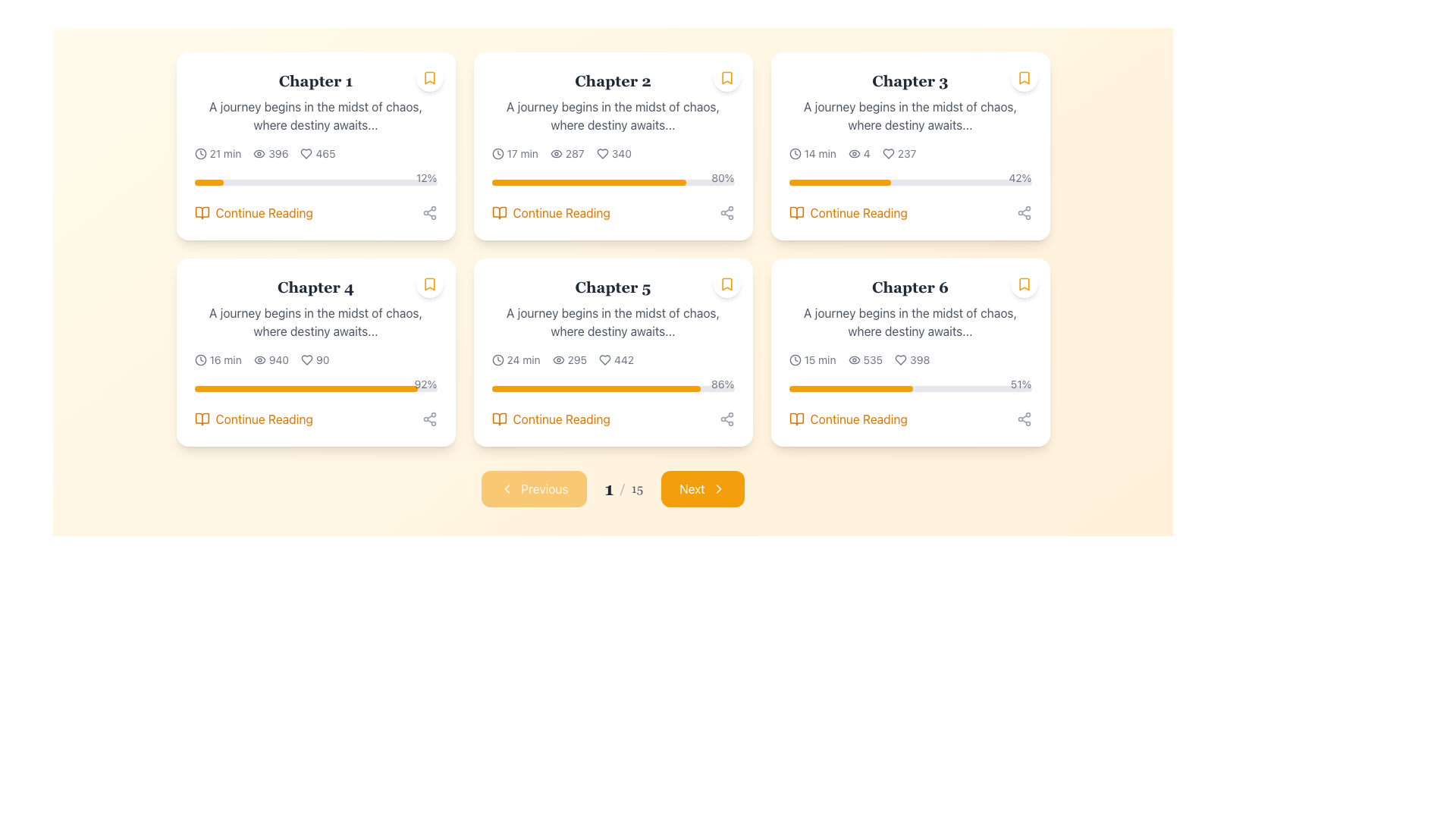 Image resolution: width=1456 pixels, height=819 pixels. What do you see at coordinates (306, 154) in the screenshot?
I see `the heart-shaped indicator icon located in the Chapter 1 card` at bounding box center [306, 154].